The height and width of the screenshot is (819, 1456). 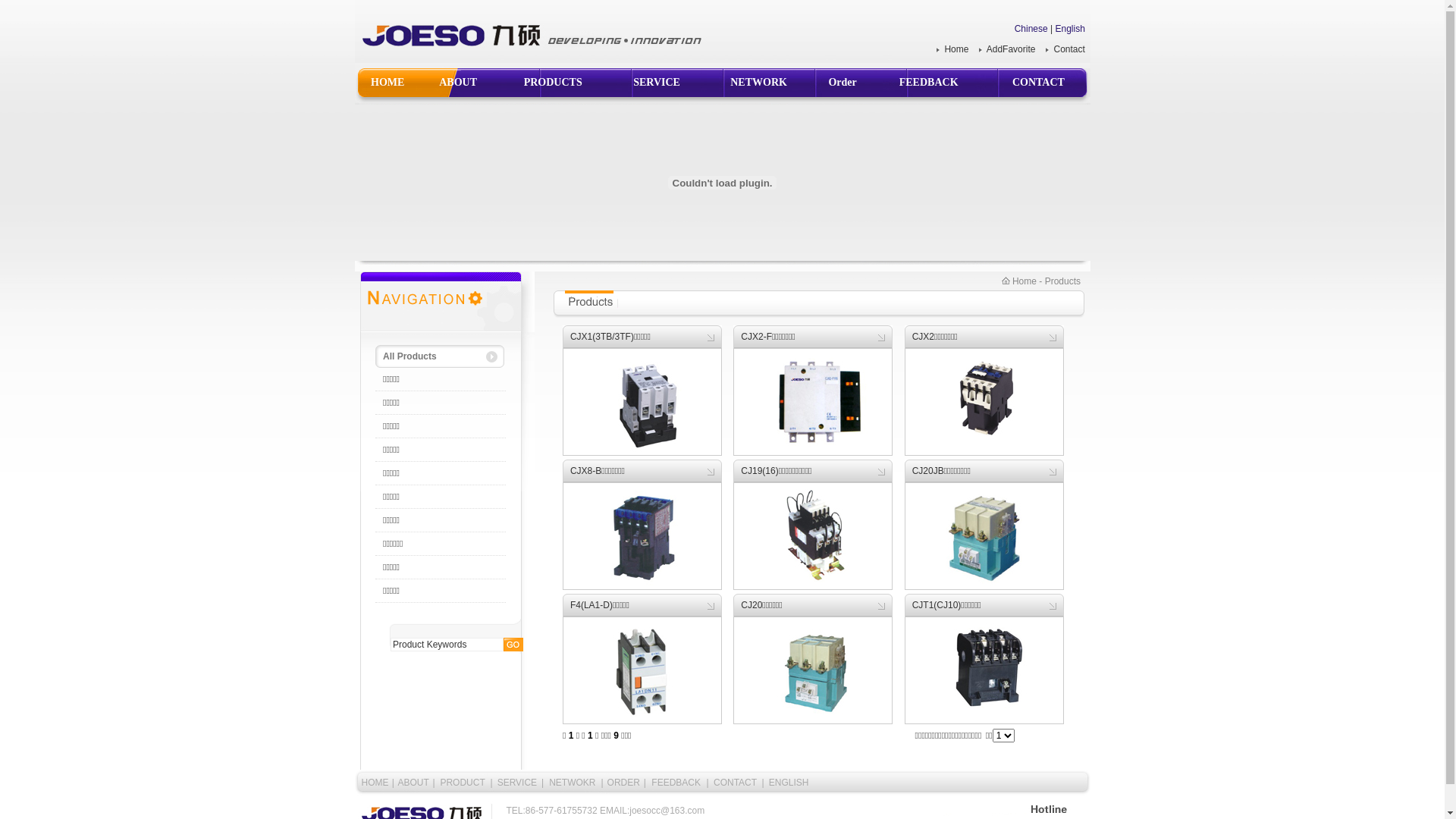 What do you see at coordinates (1068, 49) in the screenshot?
I see `'Contact'` at bounding box center [1068, 49].